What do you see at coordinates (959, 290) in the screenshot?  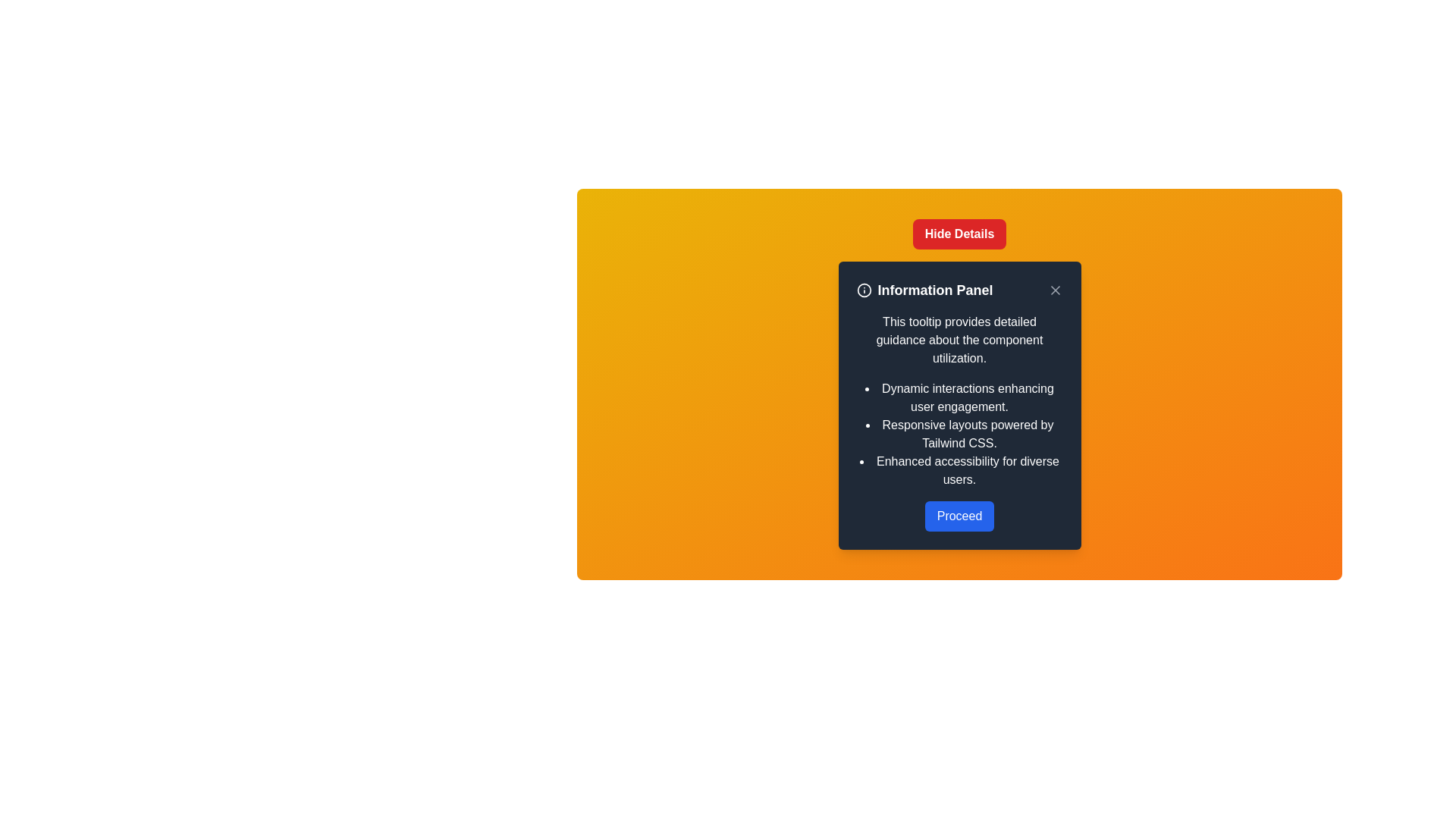 I see `text from the header bar of the tooltip titled 'Information Panel', which includes a close button and is located at the top of the tooltip background` at bounding box center [959, 290].